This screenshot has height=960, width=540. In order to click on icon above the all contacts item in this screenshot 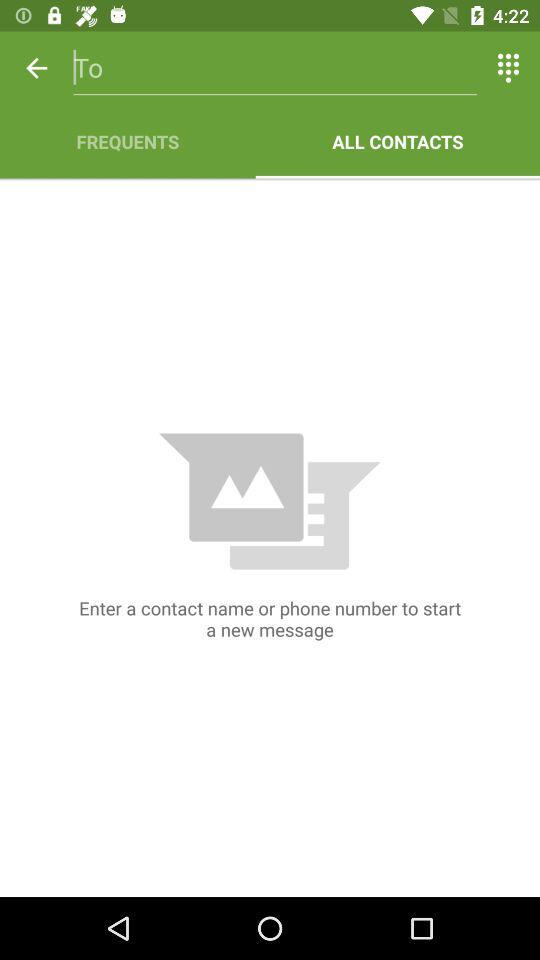, I will do `click(508, 68)`.